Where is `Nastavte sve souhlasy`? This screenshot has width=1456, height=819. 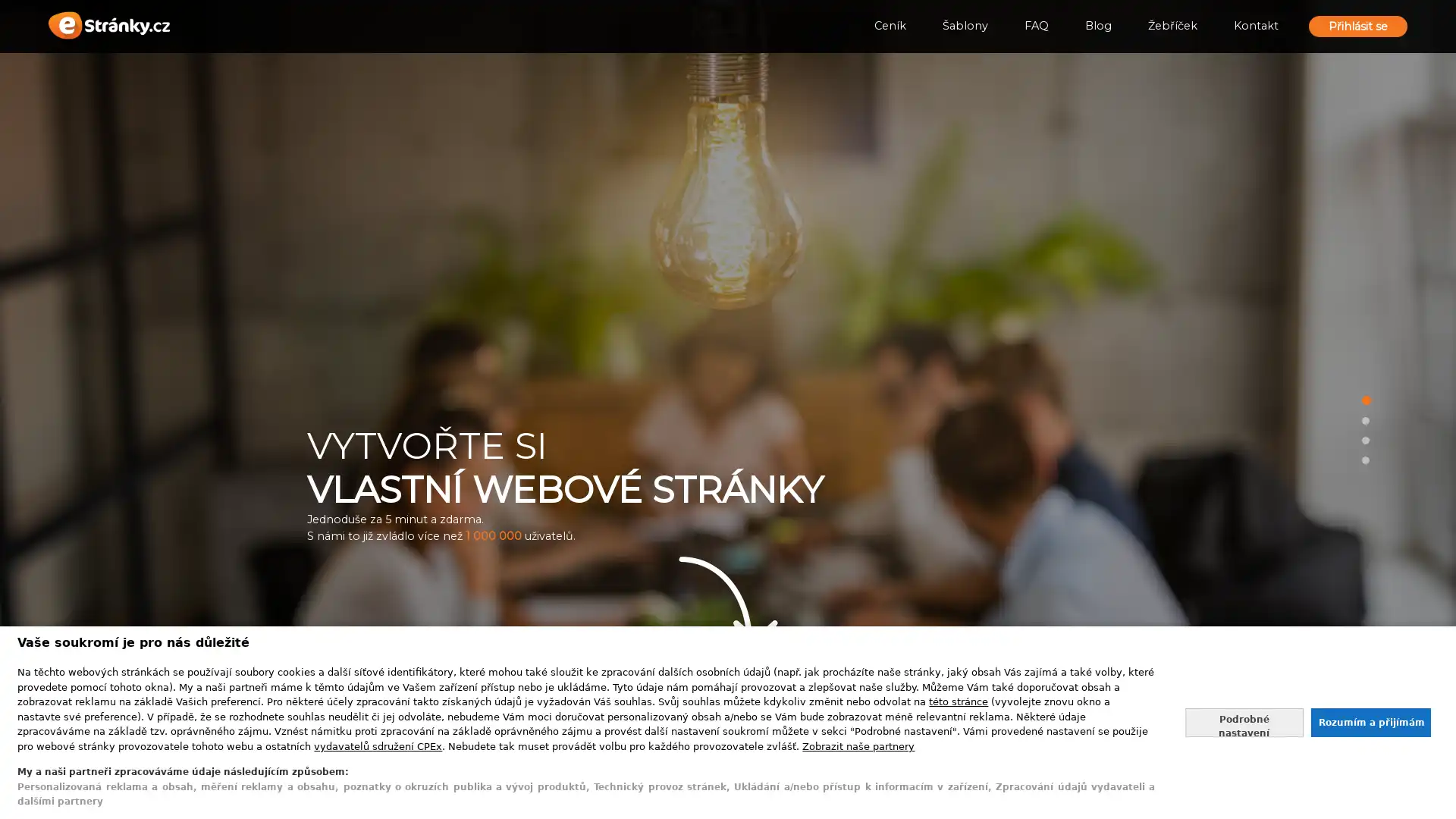 Nastavte sve souhlasy is located at coordinates (1244, 721).